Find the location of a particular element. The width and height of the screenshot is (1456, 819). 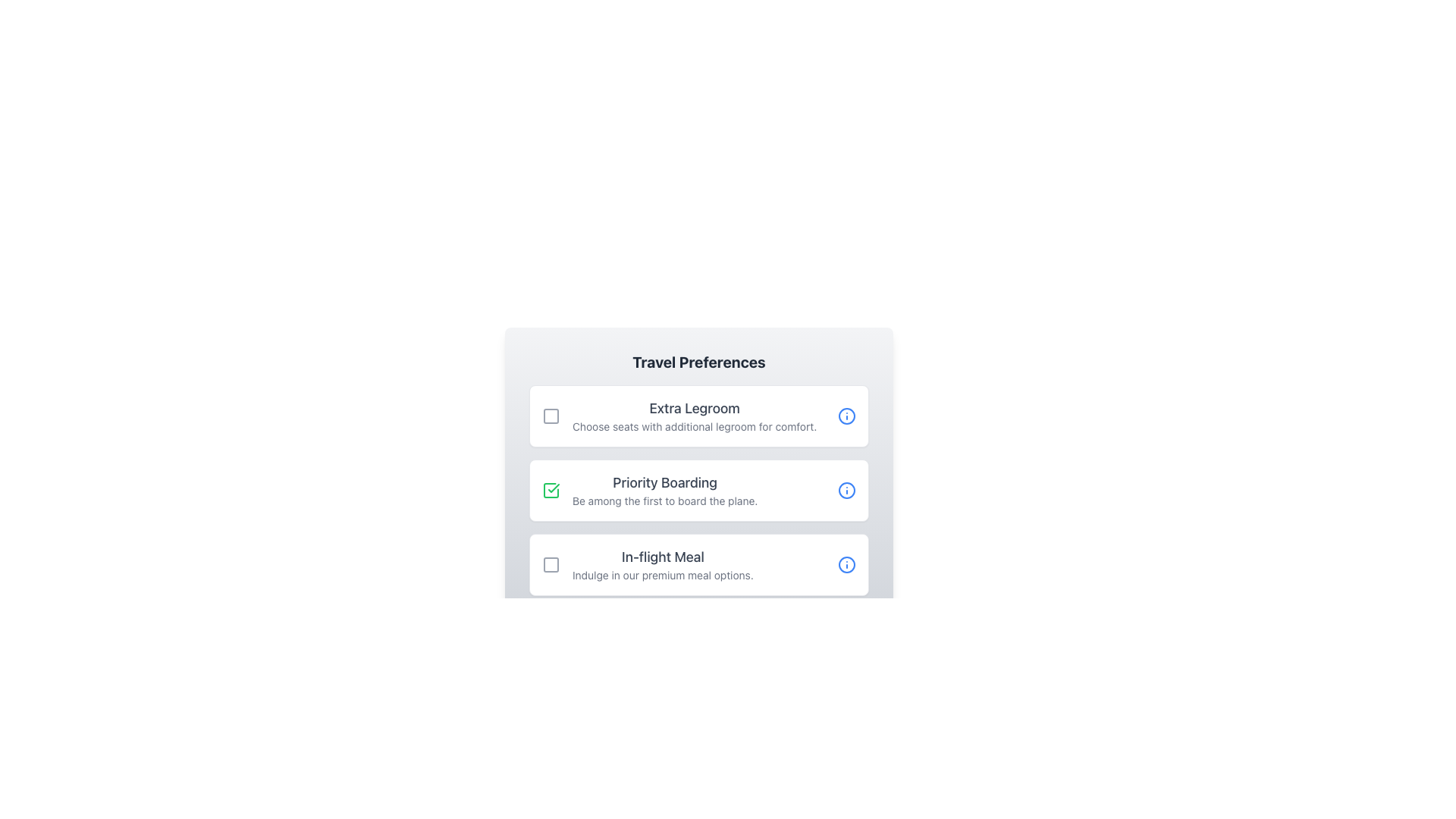

the text description block labeled 'In-flight Meal', which features a bold heading and a smaller description, located within the 'Travel Preferences' panel is located at coordinates (663, 564).